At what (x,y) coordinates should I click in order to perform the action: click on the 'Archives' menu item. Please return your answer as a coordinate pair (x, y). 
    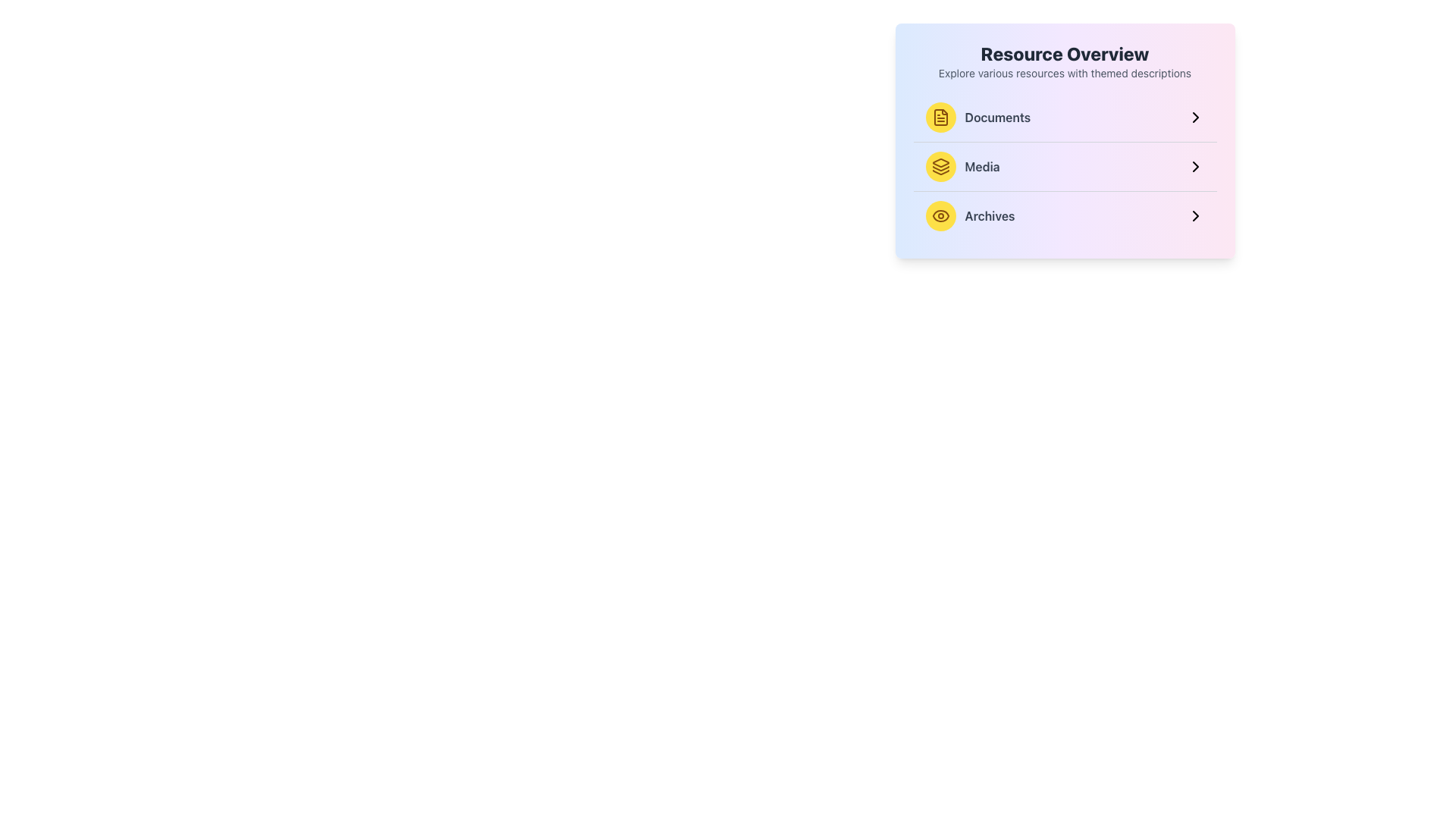
    Looking at the image, I should click on (1064, 216).